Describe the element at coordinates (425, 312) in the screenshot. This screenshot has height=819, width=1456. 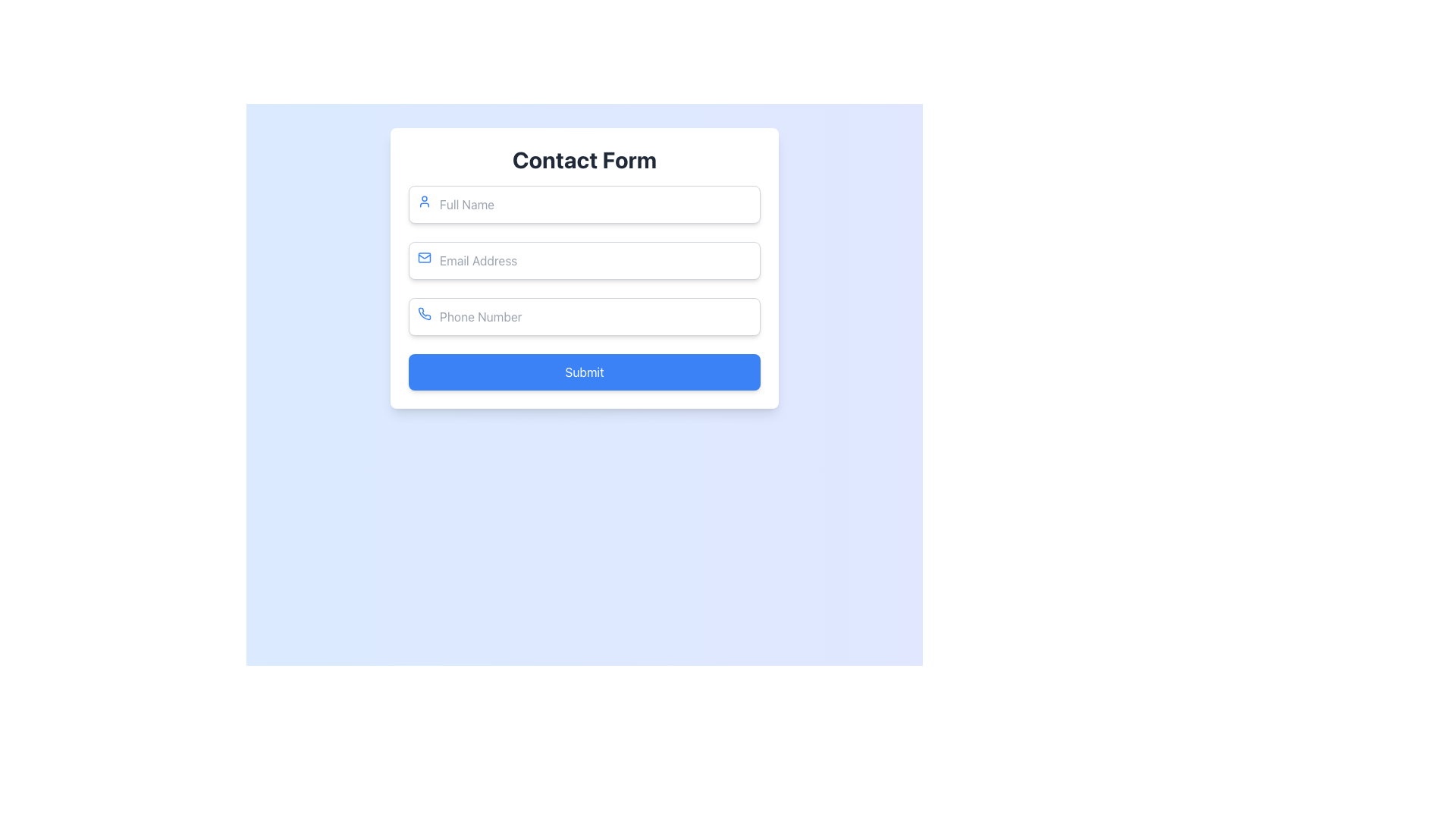
I see `the phone icon located in the contact form interface, which is the only instance of this icon and positioned at the top-left corner of the 'Phone Number' input field` at that location.